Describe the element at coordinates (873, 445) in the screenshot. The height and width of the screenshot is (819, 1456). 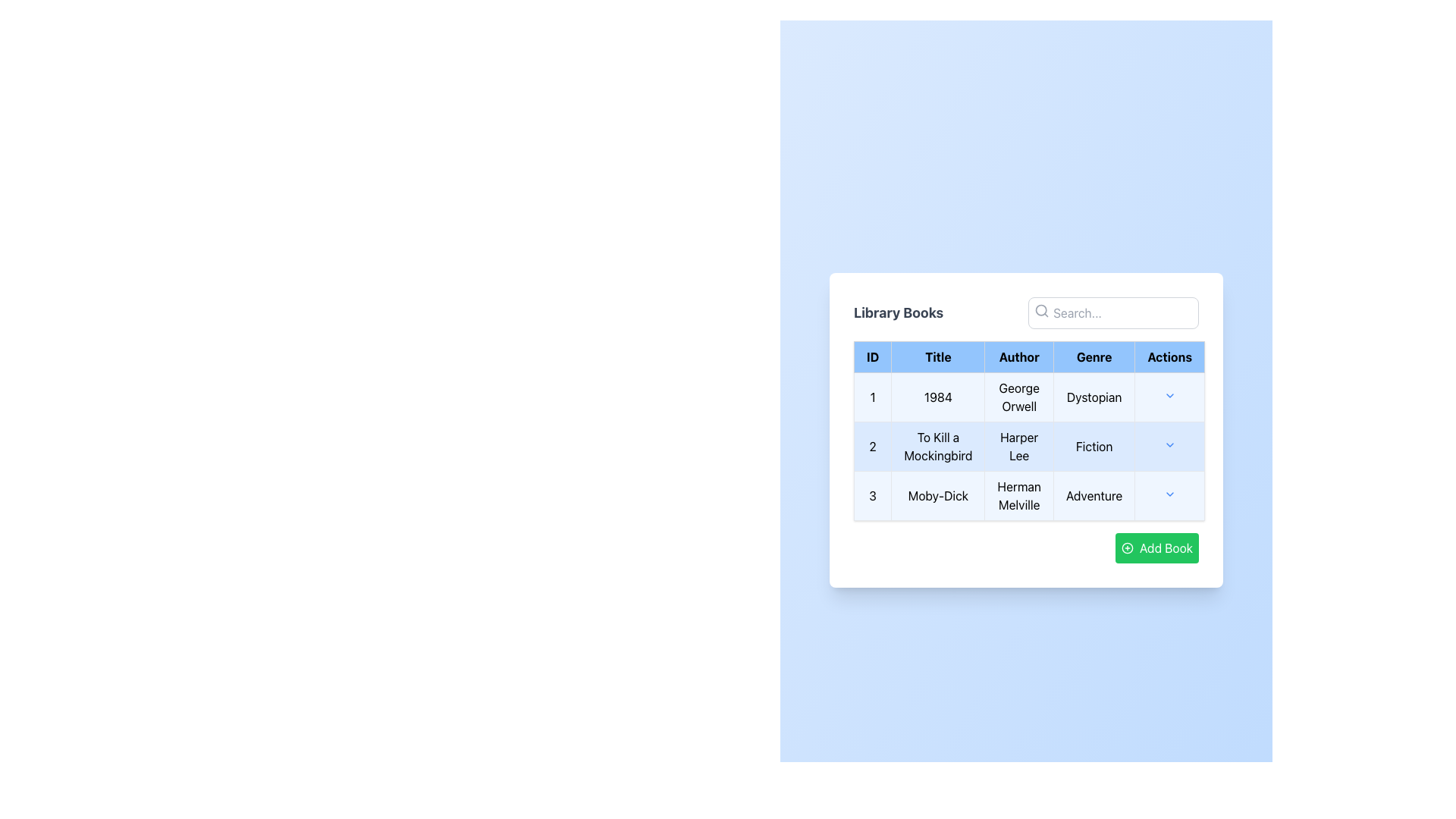
I see `the static text label displaying the number '2', located in the first cell of the second row of the table, beneath the header 'ID' and adjacent to the 'Title' cell` at that location.